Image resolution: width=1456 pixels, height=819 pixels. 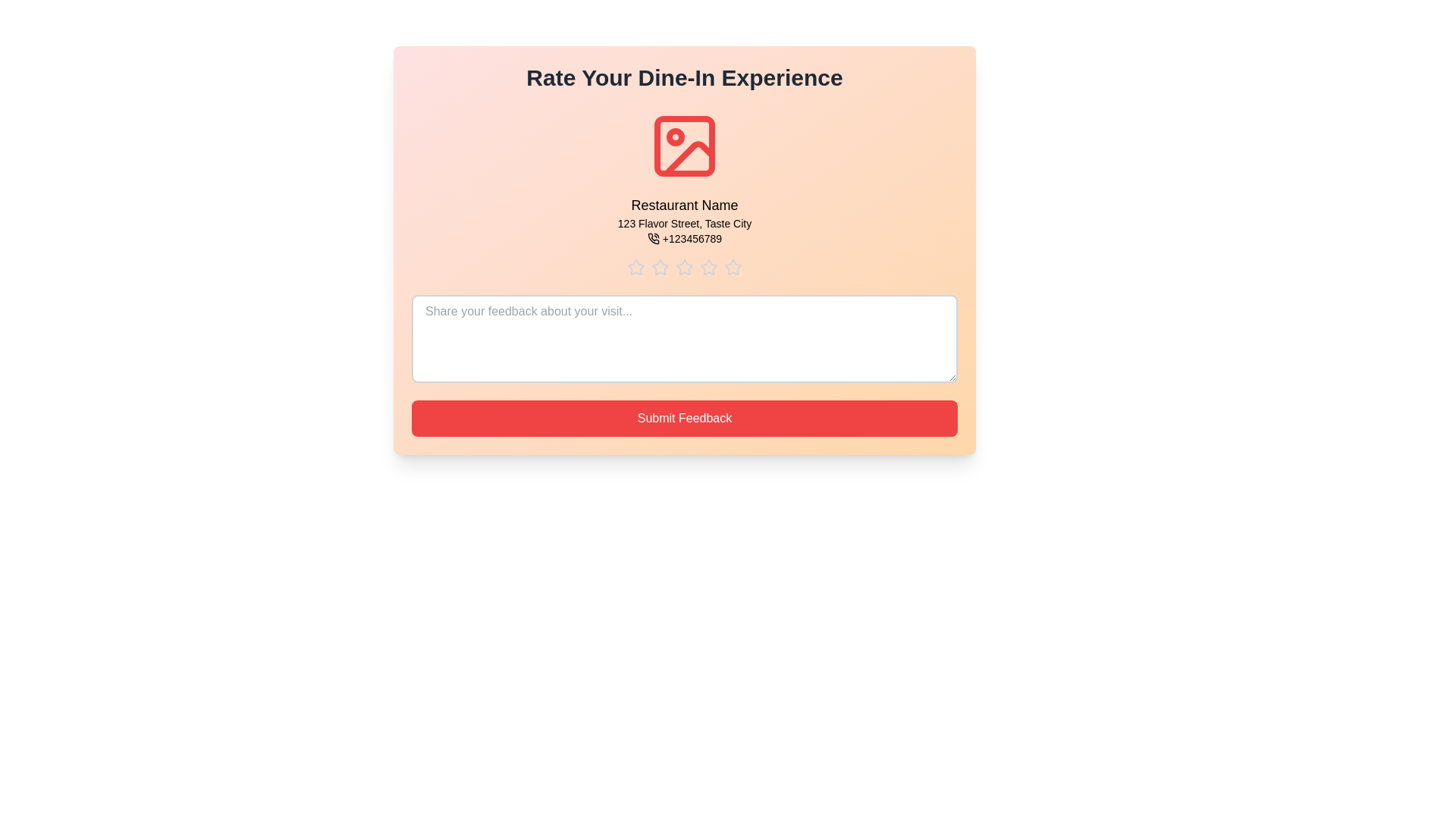 What do you see at coordinates (636, 267) in the screenshot?
I see `the star corresponding to 1 stars to preview the rating` at bounding box center [636, 267].